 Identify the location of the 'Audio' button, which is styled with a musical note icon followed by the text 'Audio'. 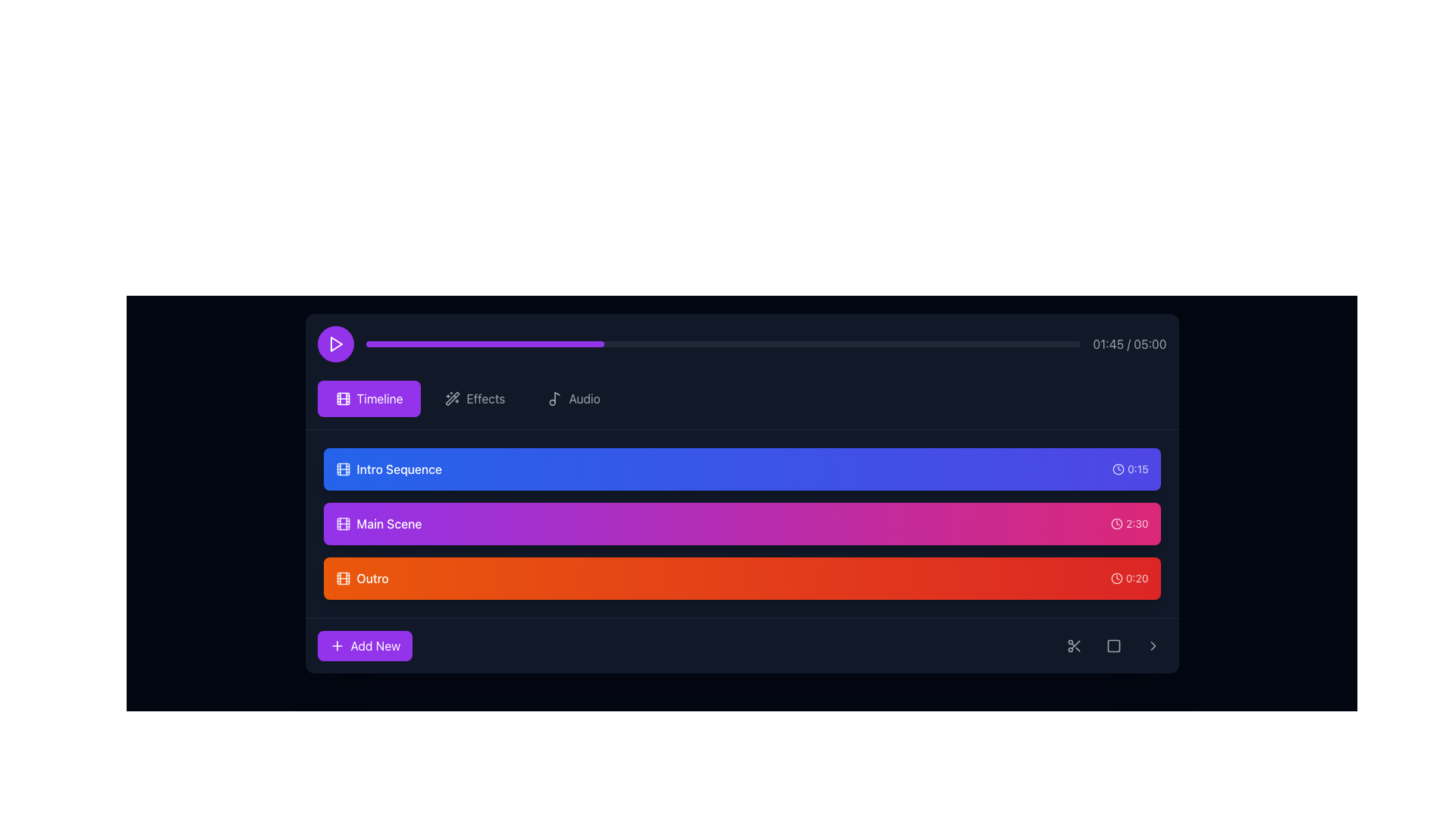
(573, 397).